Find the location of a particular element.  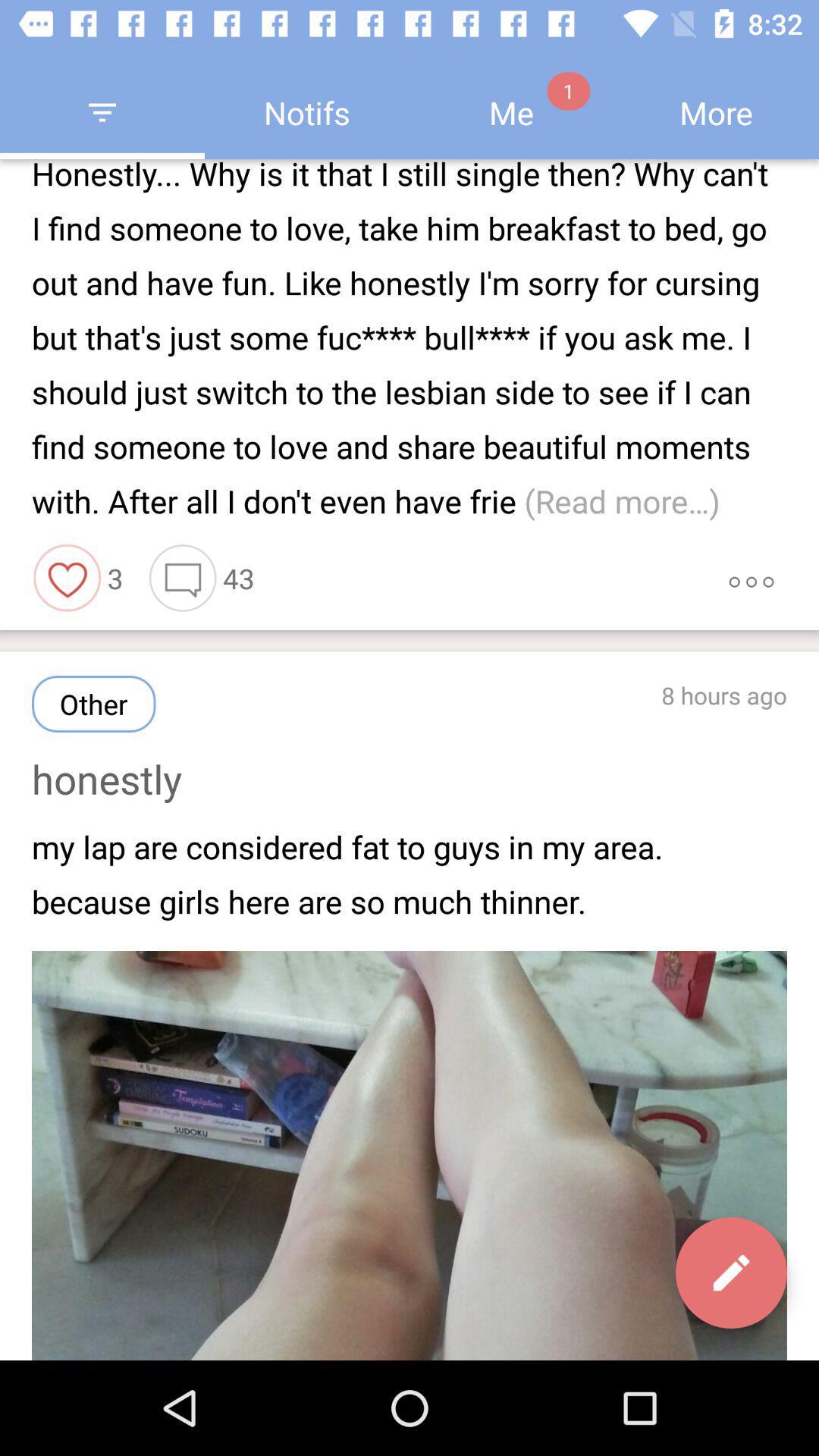

icon above other icon is located at coordinates (67, 577).